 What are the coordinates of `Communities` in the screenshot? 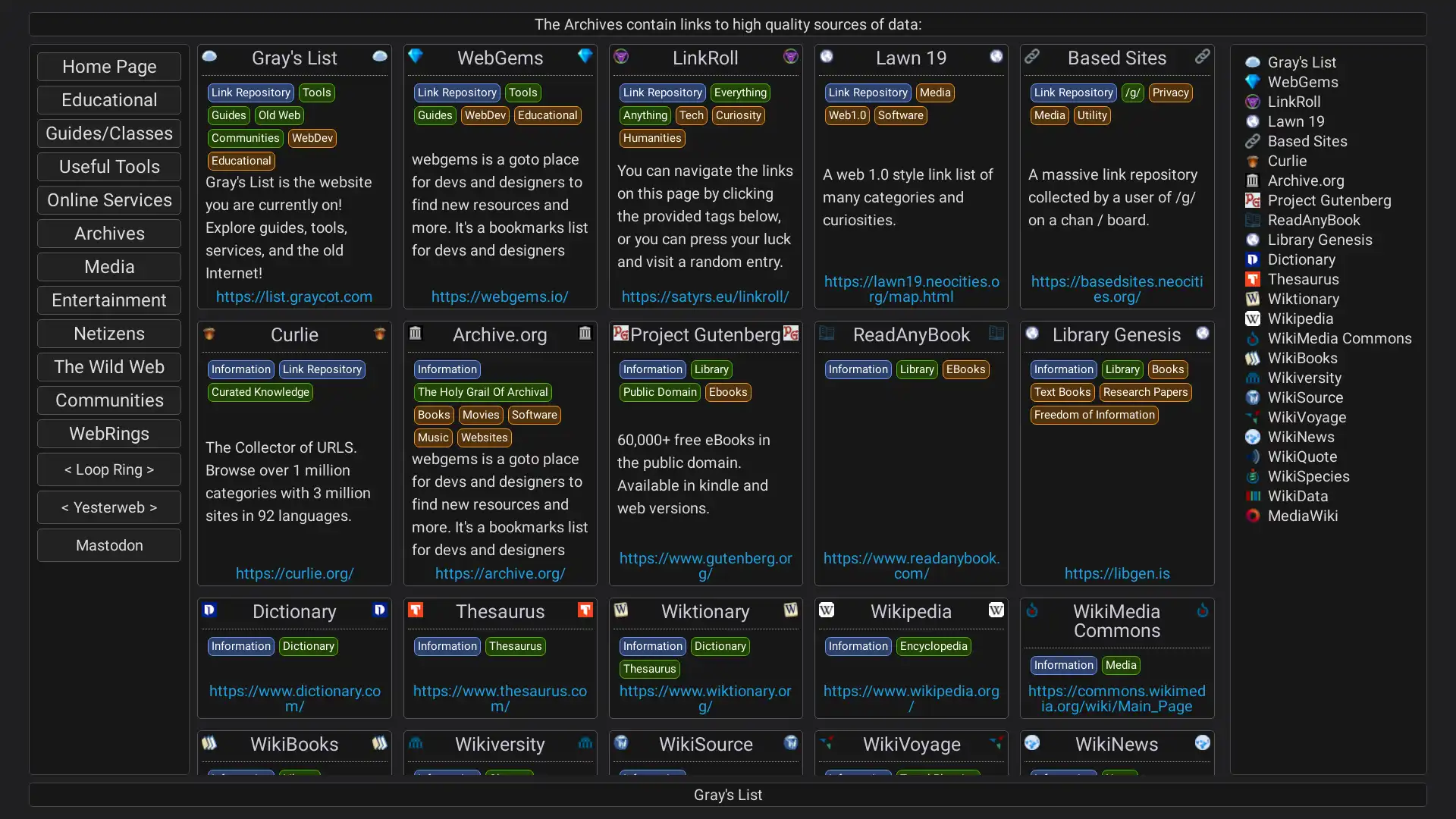 It's located at (108, 400).